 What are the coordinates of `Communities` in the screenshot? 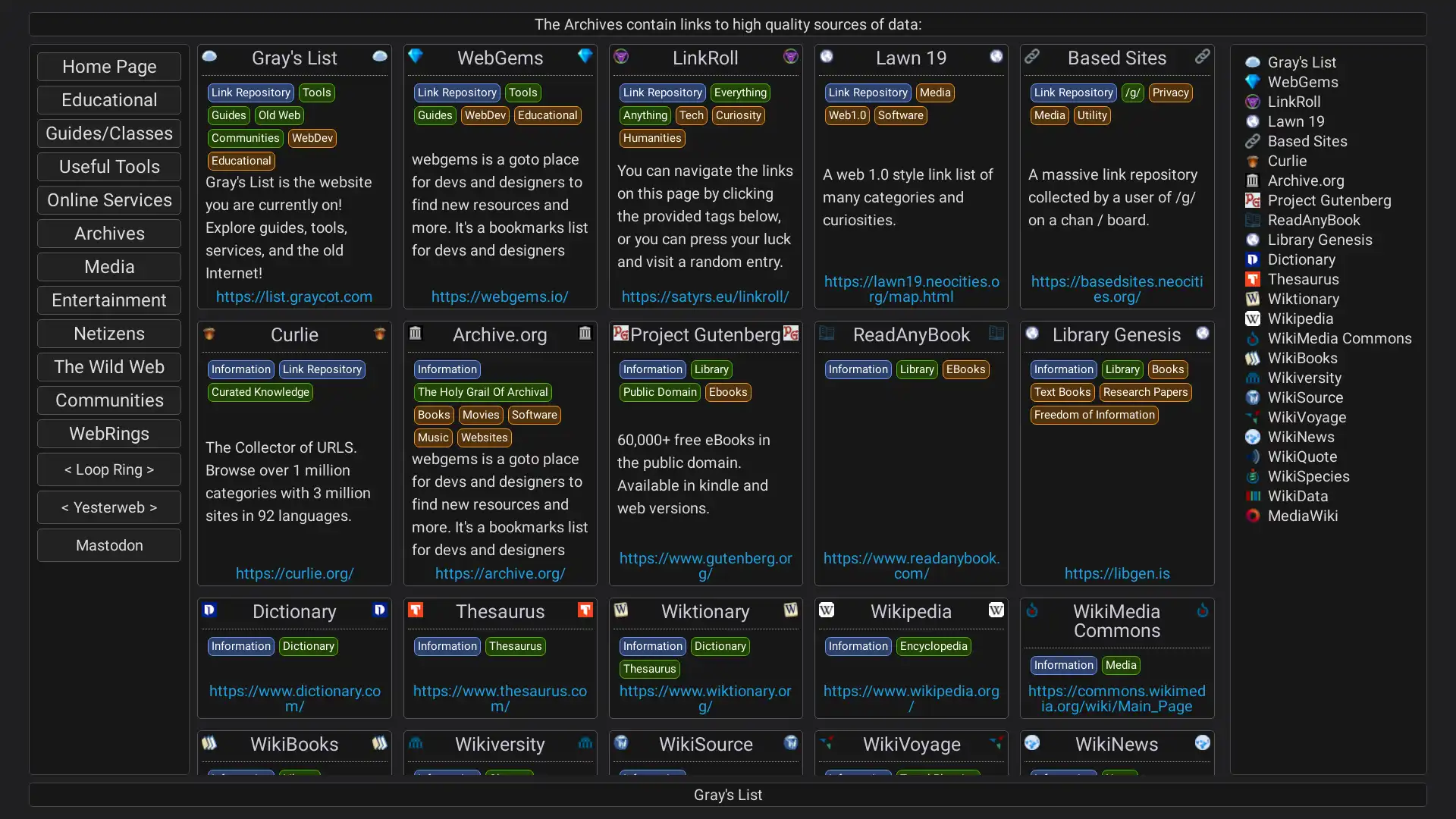 It's located at (108, 400).